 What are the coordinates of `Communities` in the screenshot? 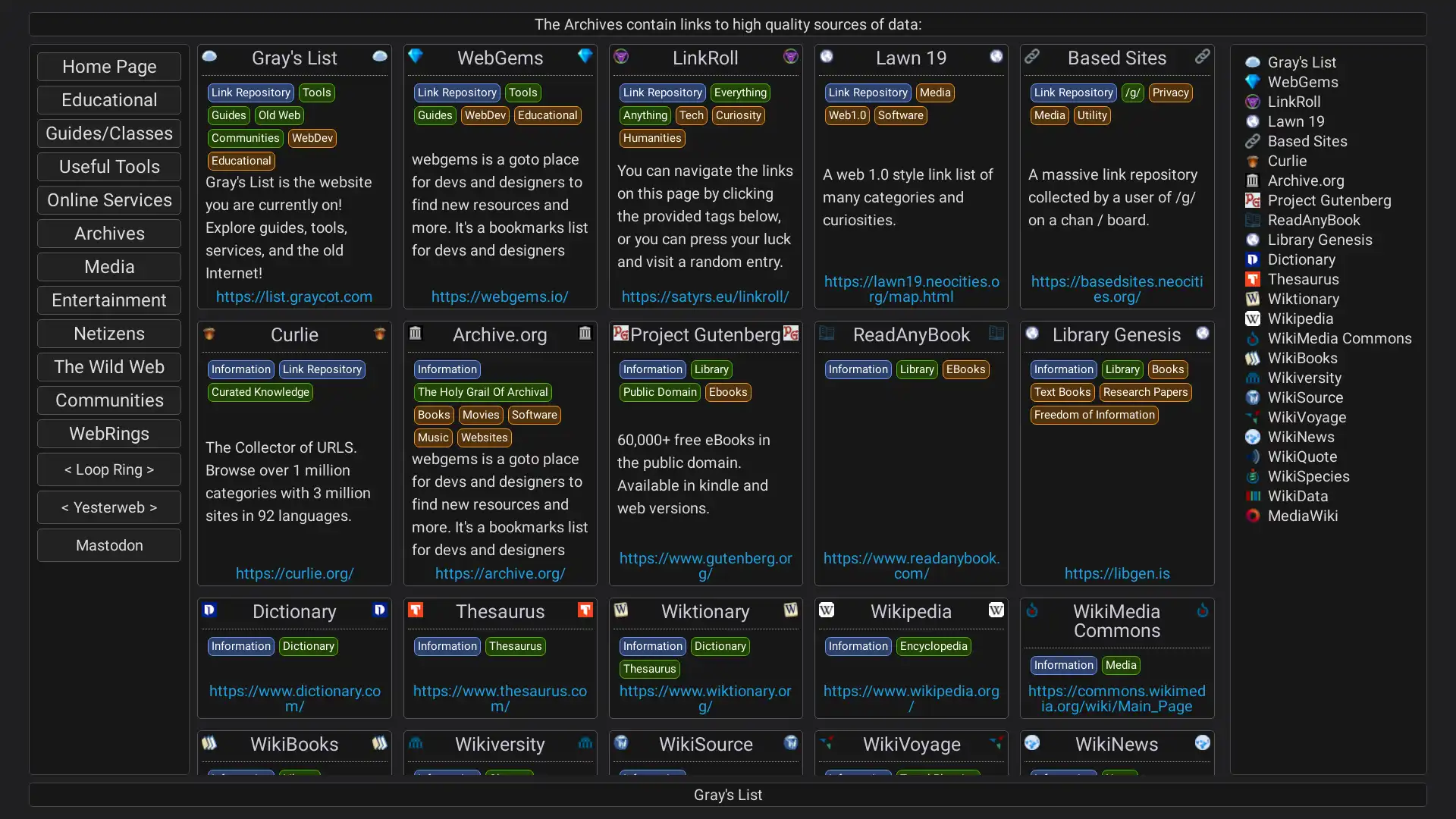 It's located at (108, 400).